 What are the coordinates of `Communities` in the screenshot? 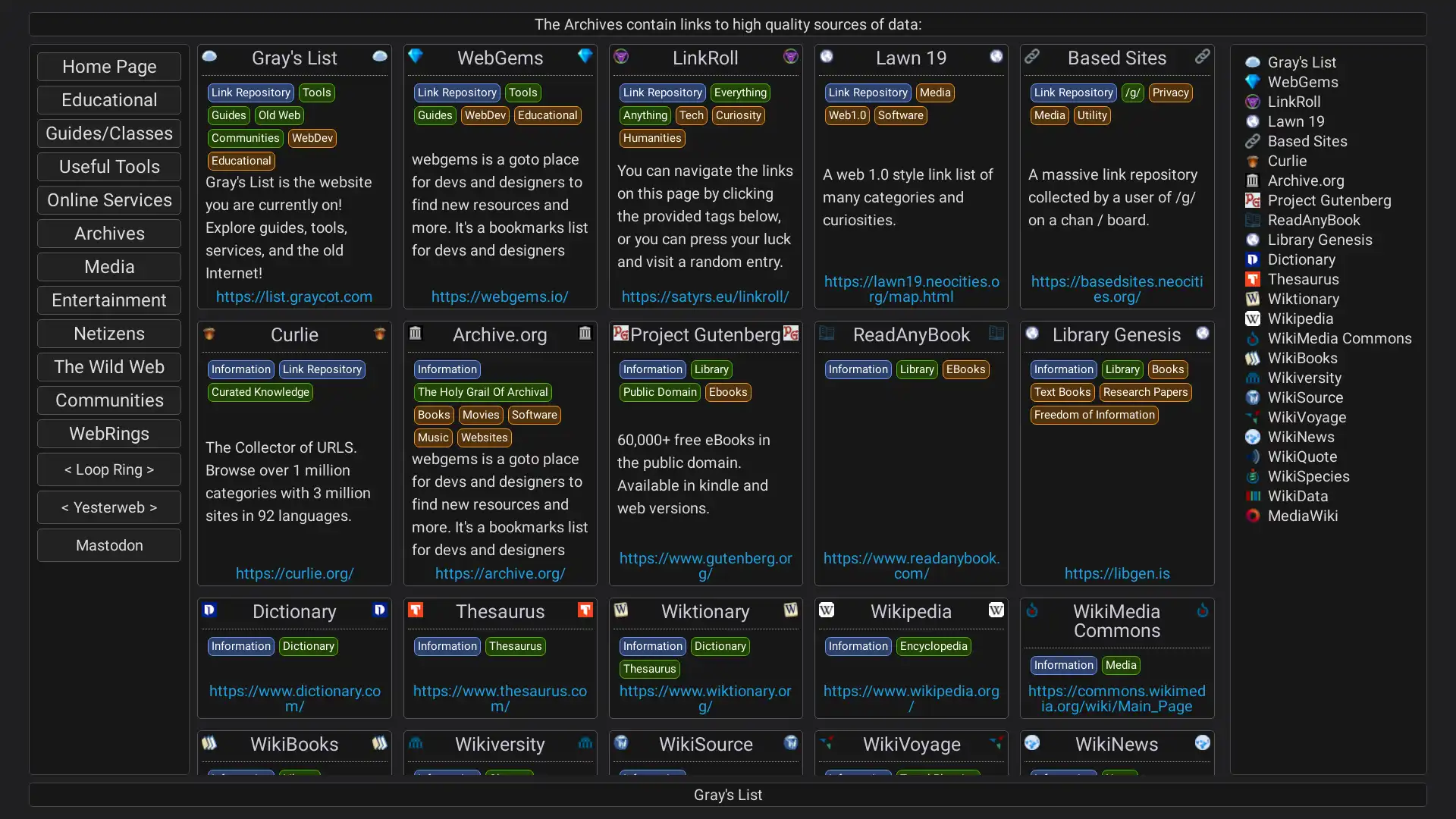 It's located at (108, 400).